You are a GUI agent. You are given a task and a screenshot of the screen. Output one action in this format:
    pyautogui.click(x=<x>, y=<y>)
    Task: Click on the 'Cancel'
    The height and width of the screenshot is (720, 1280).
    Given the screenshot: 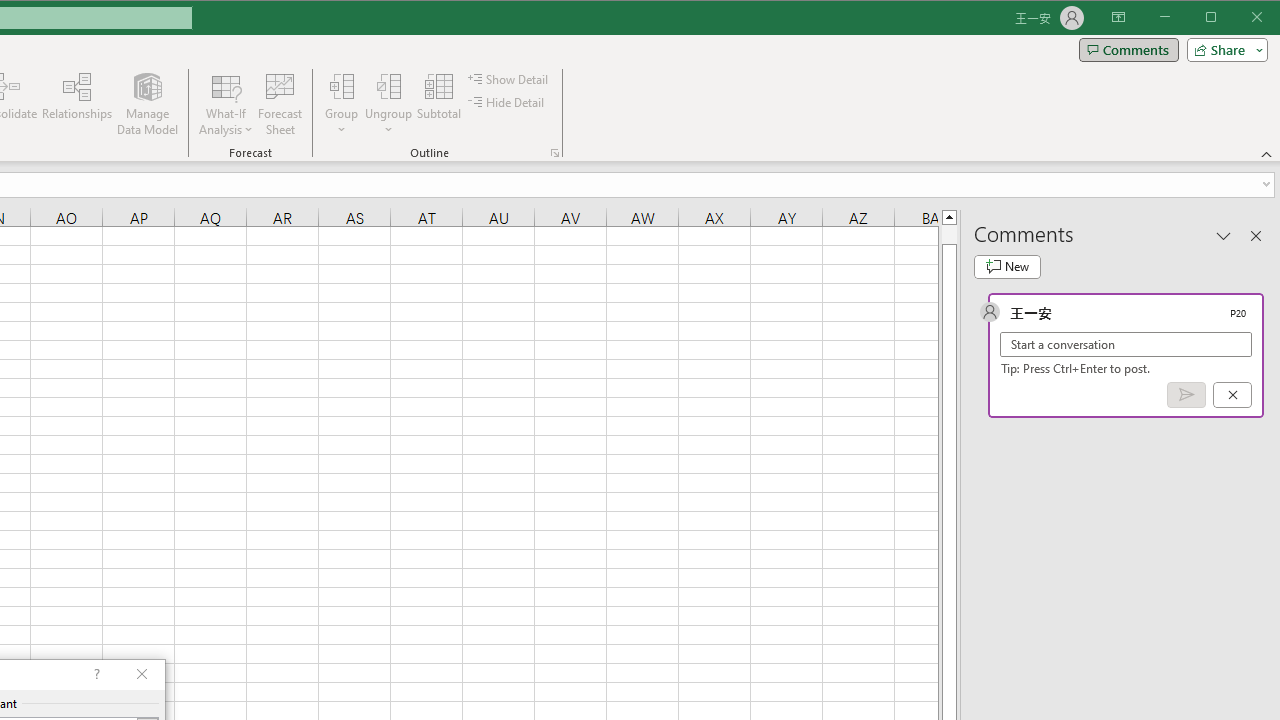 What is the action you would take?
    pyautogui.click(x=1231, y=395)
    